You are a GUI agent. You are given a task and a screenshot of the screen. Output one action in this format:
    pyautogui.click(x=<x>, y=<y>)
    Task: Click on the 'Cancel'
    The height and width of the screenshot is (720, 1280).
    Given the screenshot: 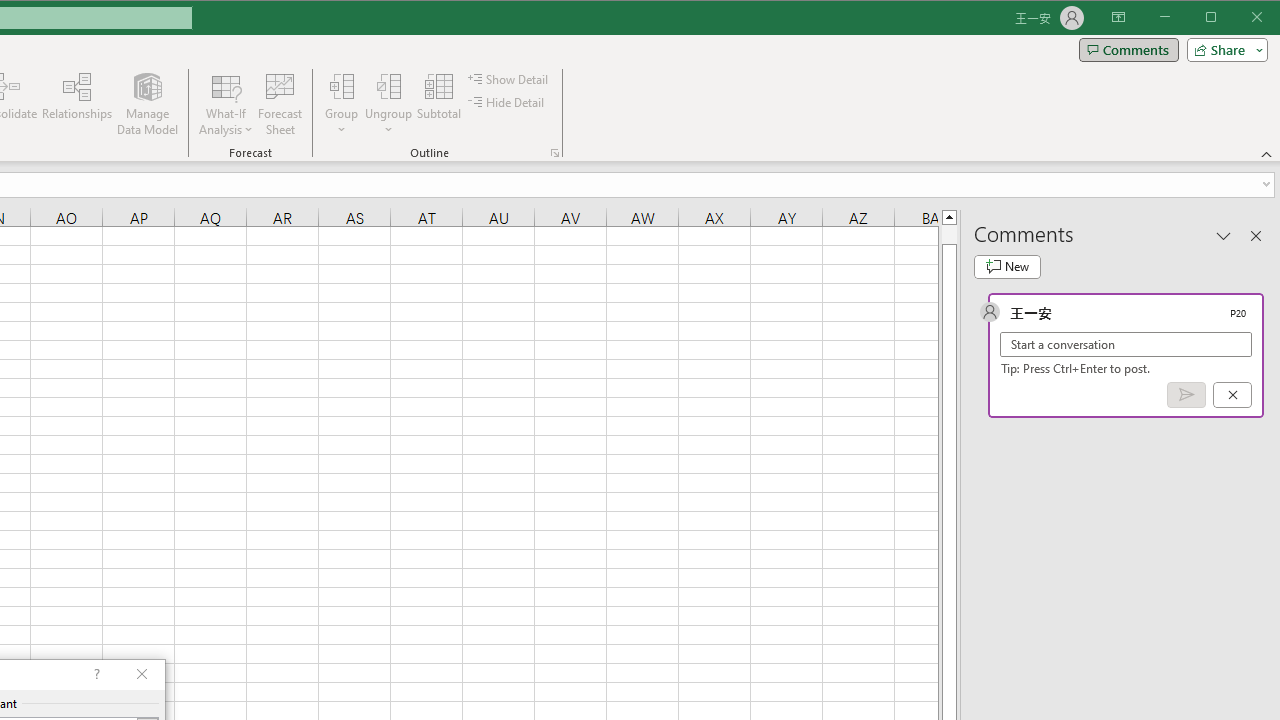 What is the action you would take?
    pyautogui.click(x=1231, y=395)
    